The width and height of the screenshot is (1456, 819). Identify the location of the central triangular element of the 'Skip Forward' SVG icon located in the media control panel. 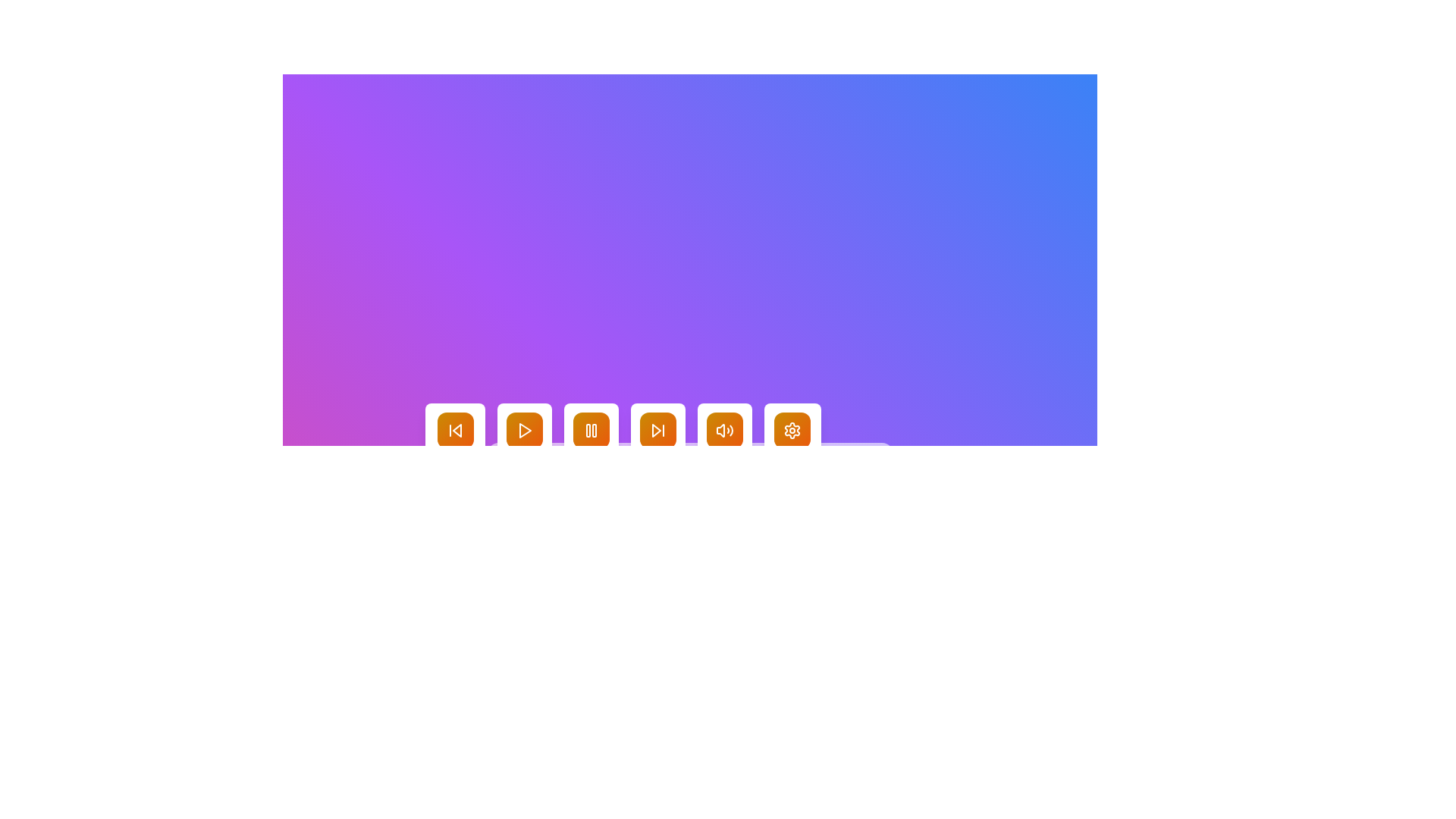
(656, 430).